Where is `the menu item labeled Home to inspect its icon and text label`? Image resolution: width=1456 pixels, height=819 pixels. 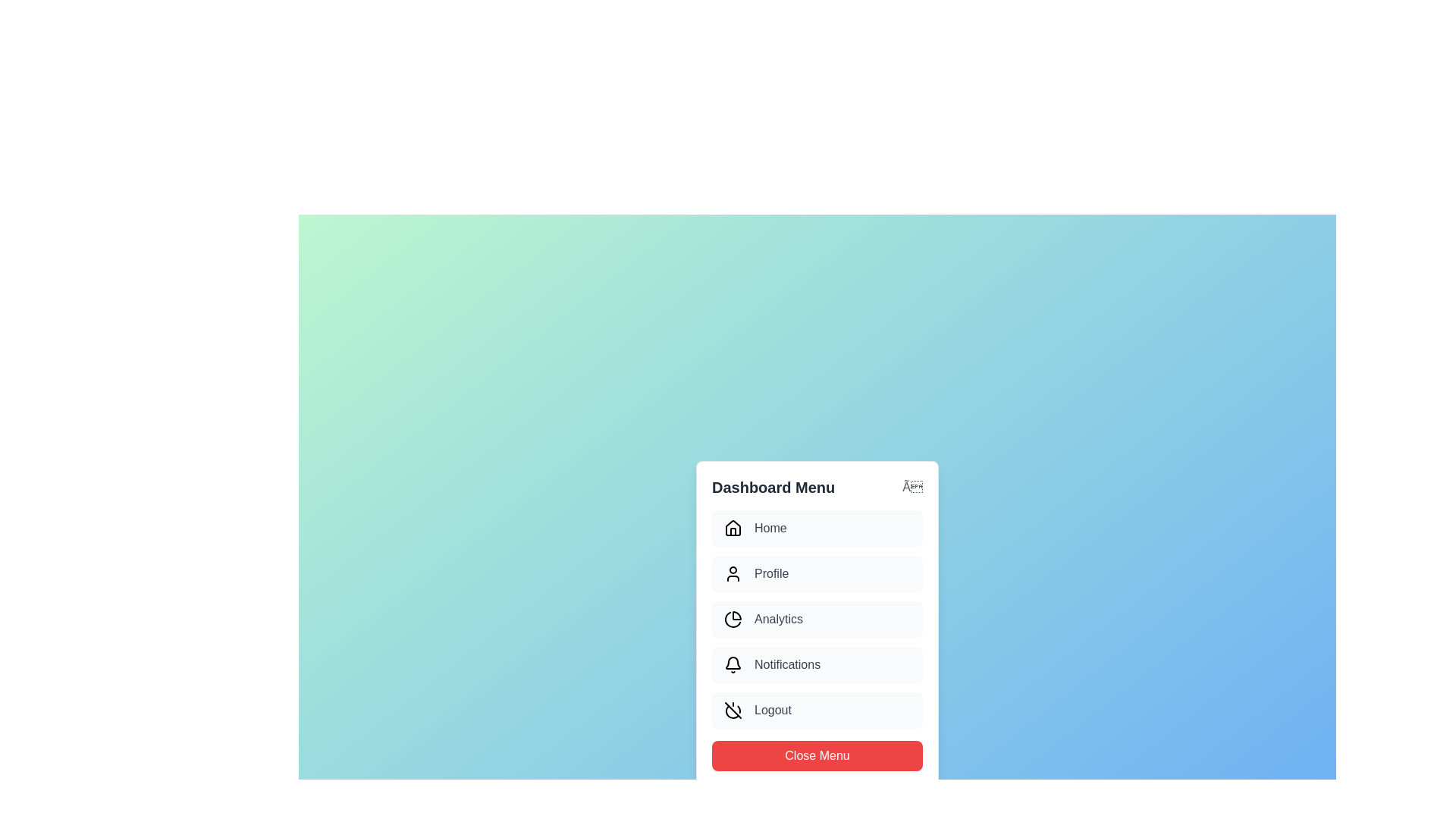 the menu item labeled Home to inspect its icon and text label is located at coordinates (817, 528).